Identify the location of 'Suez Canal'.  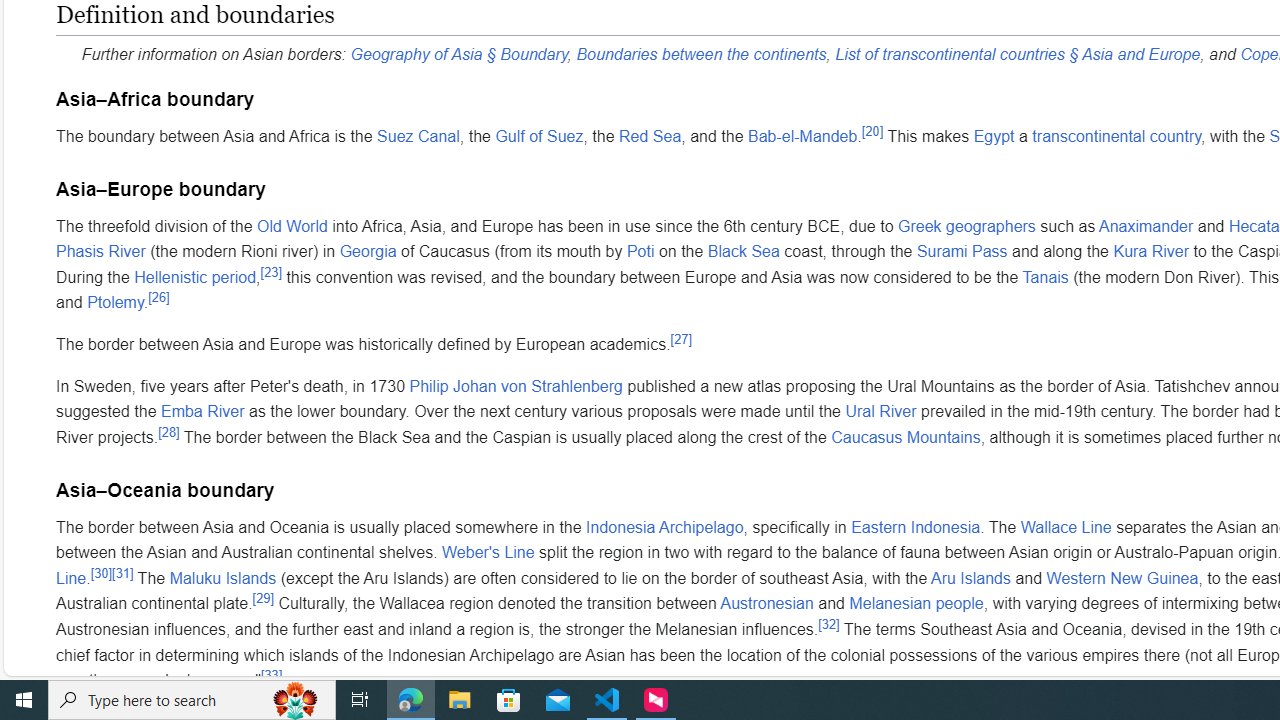
(417, 135).